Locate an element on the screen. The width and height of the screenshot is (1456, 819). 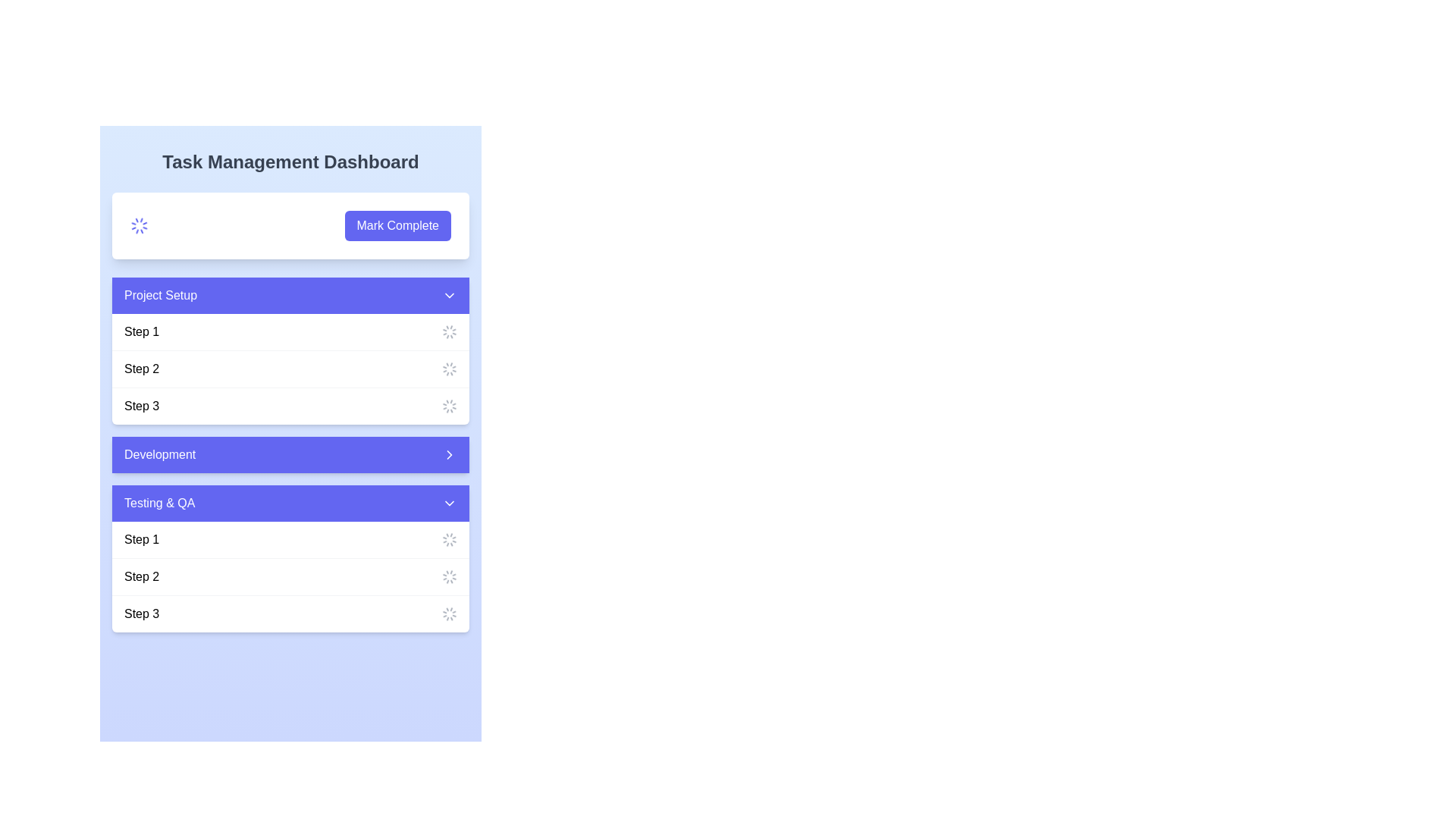
the spinning gray loader icon animation located to the right of the 'Step 2' label in the Project Setup section of the Task Management Dashboard is located at coordinates (449, 369).